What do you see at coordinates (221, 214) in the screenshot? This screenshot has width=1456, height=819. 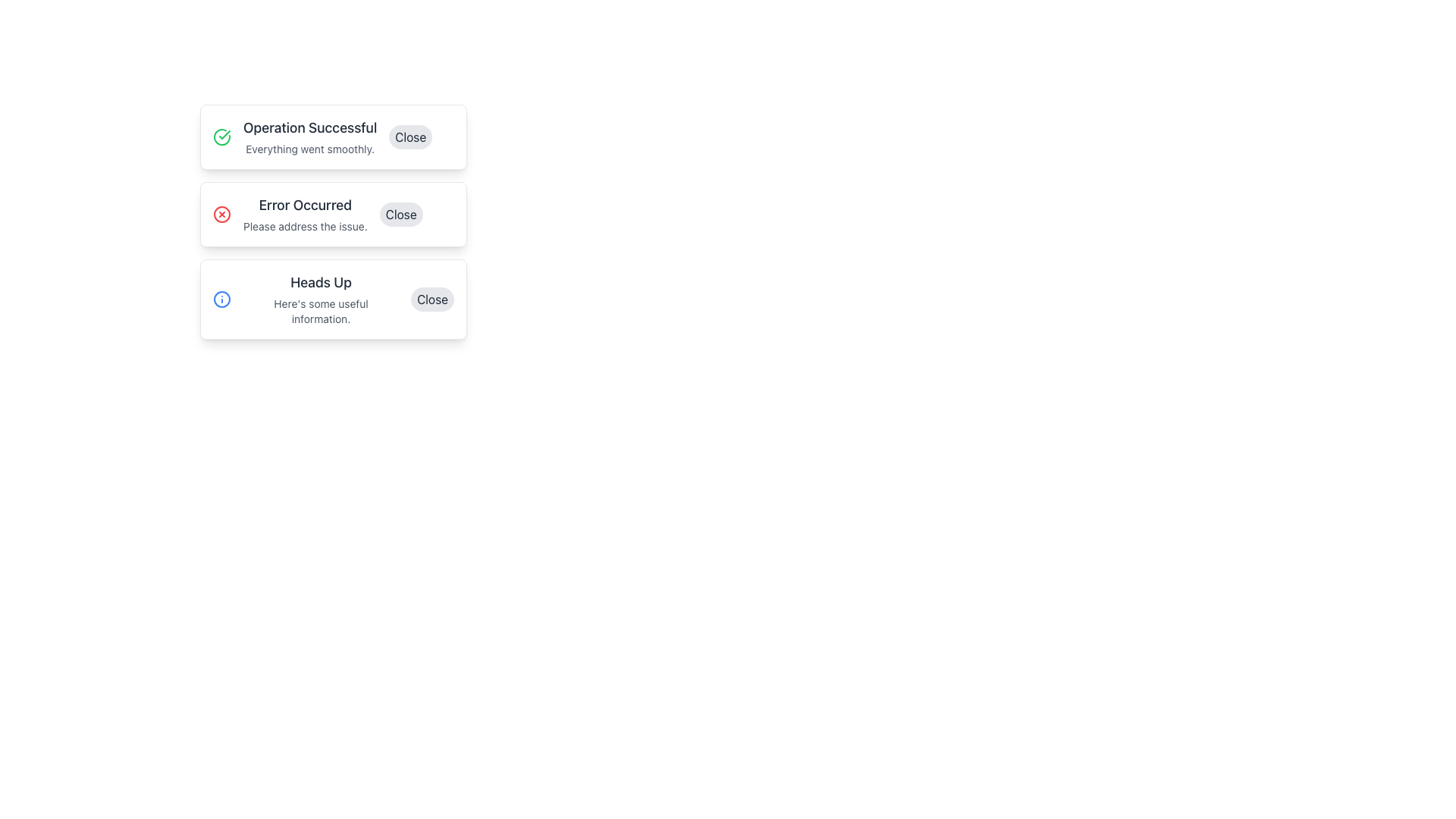 I see `the circular icon with a red stroke located in the middle notification card to the left of the text content` at bounding box center [221, 214].